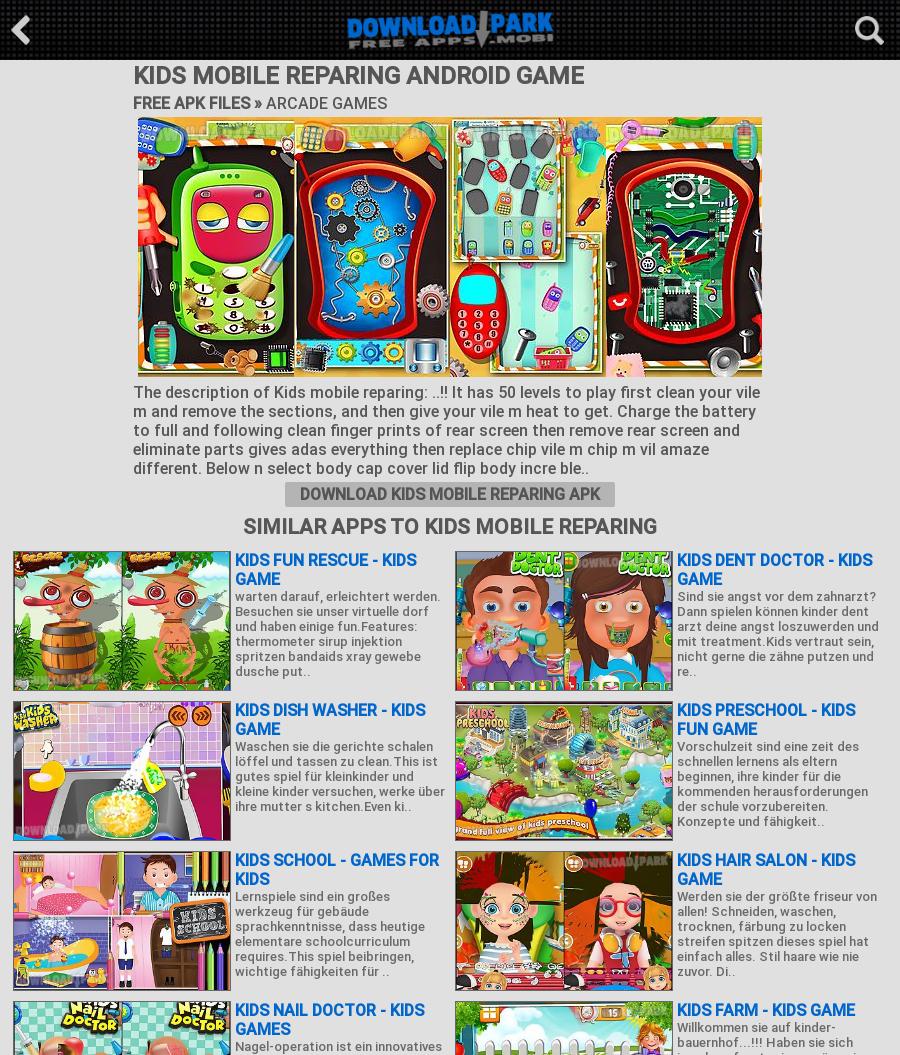 The width and height of the screenshot is (900, 1055). I want to click on 'Waschen sie die gerichte schalen löffel und tassen zu clean.This ist gutes spiel für kleinkinder und kleine kinder versuchen, werke über ihre mutter s kitchen.Even ki..', so click(340, 775).